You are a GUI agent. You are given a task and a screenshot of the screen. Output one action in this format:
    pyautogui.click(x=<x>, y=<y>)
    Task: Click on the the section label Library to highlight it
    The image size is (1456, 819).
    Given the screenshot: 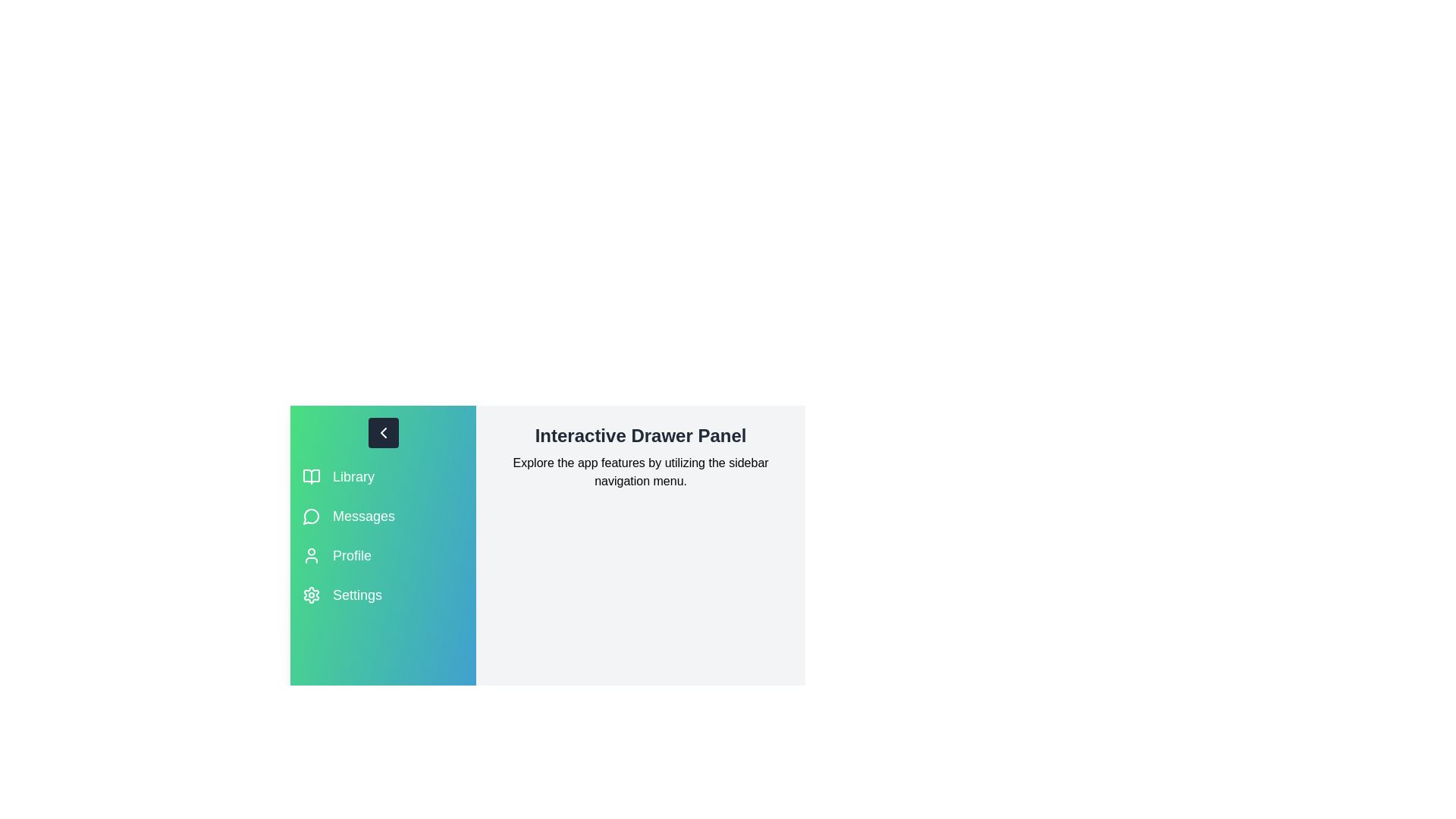 What is the action you would take?
    pyautogui.click(x=353, y=475)
    